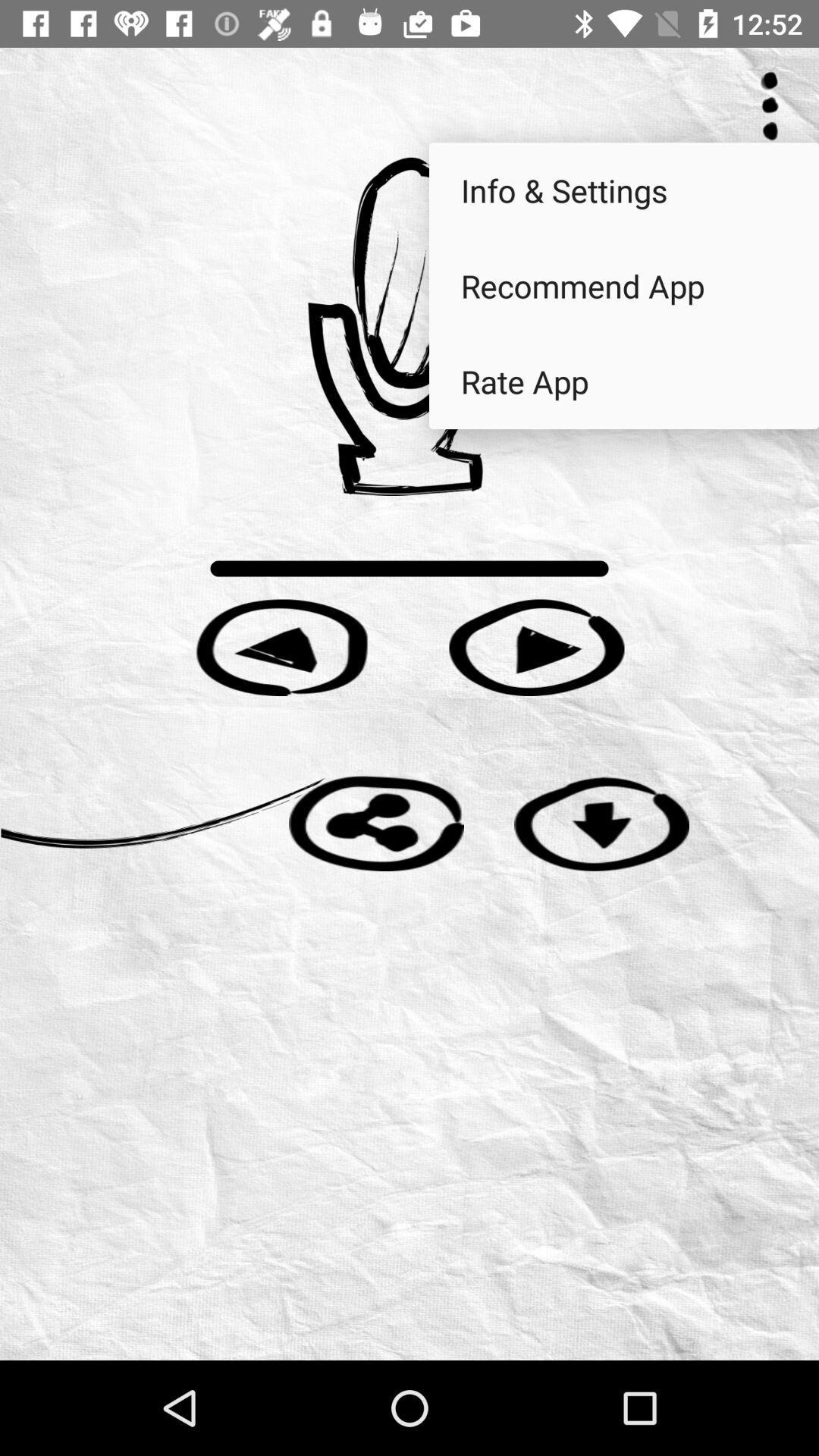 This screenshot has width=819, height=1456. What do you see at coordinates (536, 648) in the screenshot?
I see `talk forward` at bounding box center [536, 648].